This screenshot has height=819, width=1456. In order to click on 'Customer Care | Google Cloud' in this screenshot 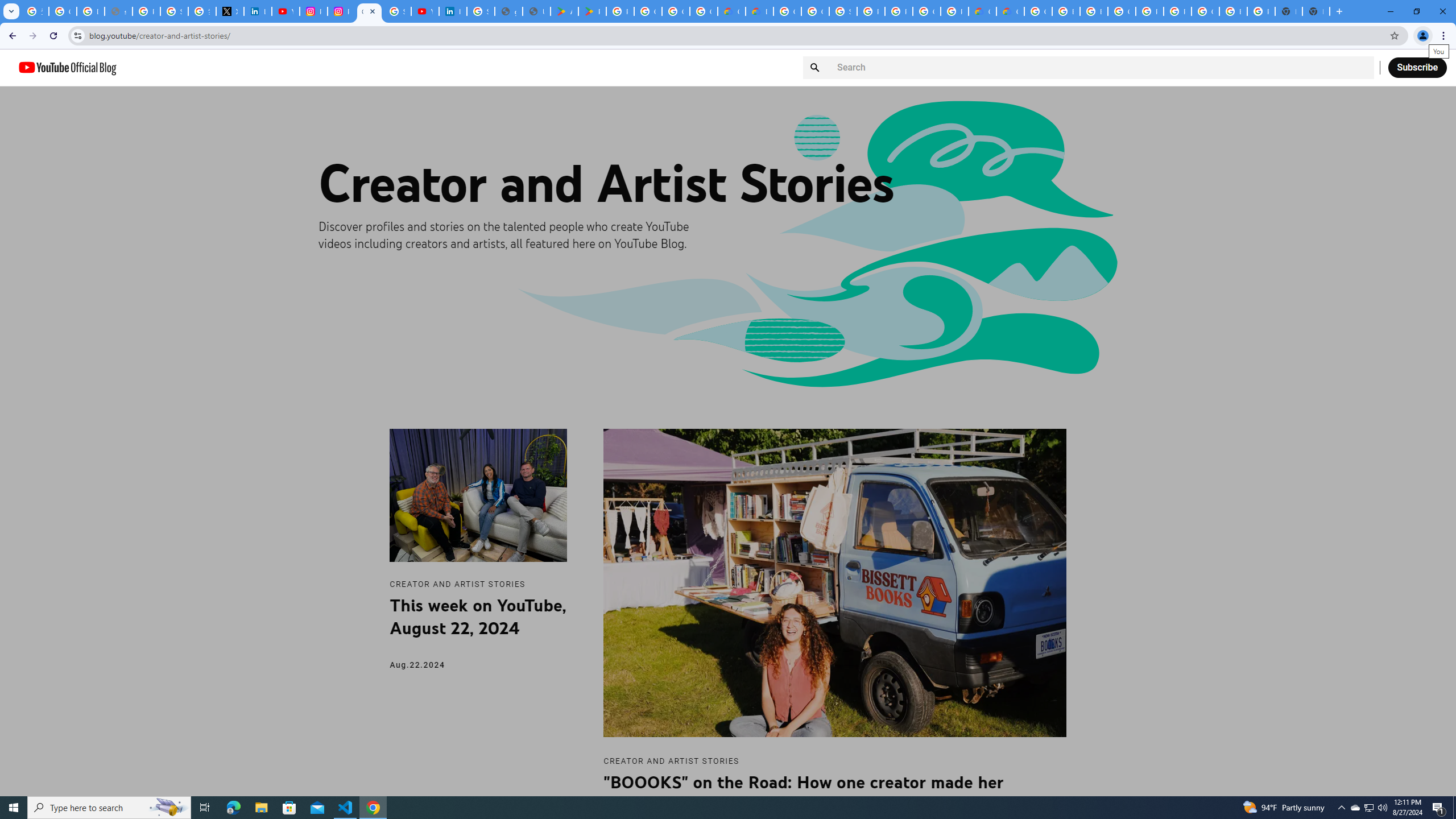, I will do `click(983, 11)`.